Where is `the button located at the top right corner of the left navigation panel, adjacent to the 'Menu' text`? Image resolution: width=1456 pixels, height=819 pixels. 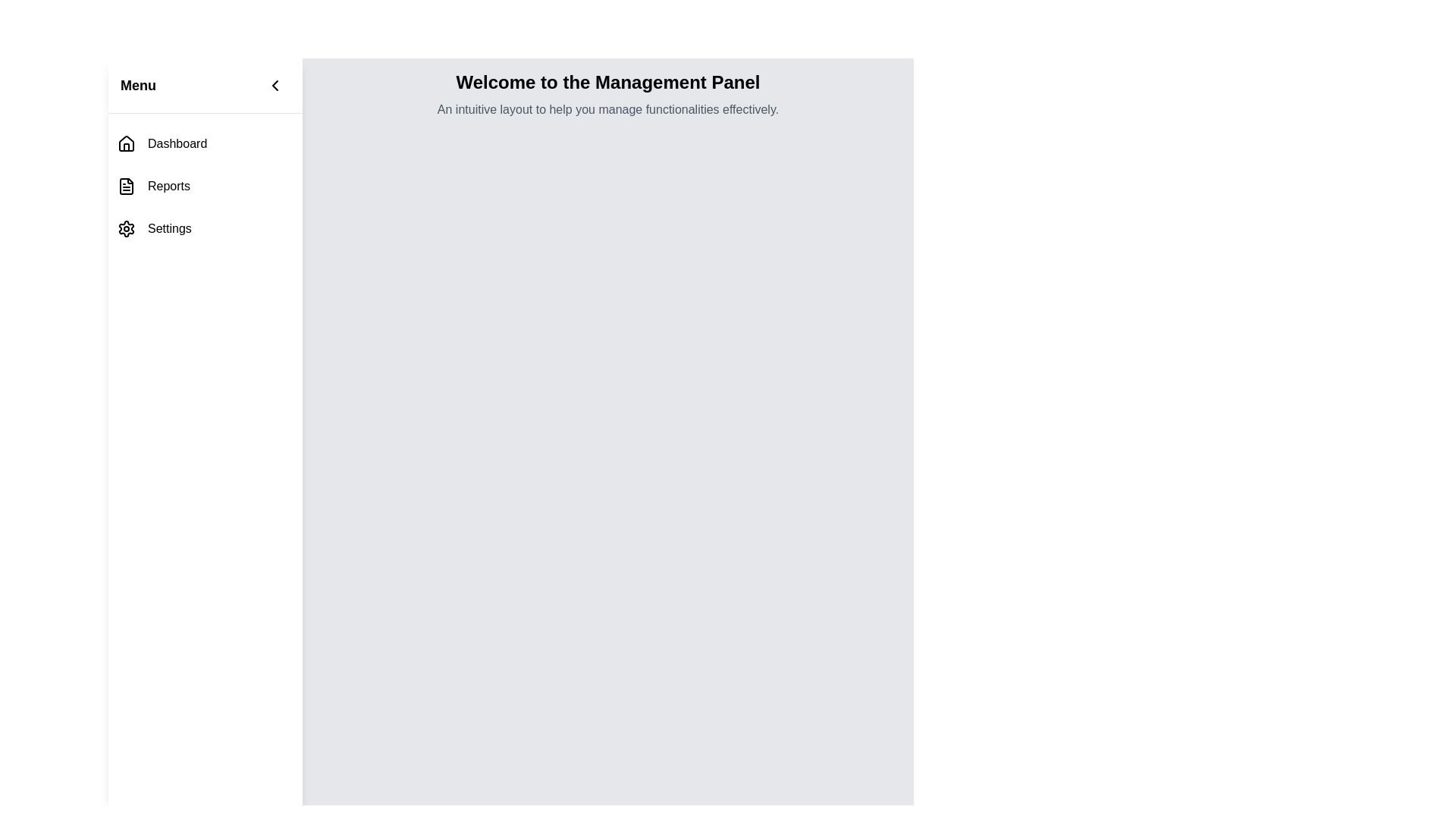 the button located at the top right corner of the left navigation panel, adjacent to the 'Menu' text is located at coordinates (275, 85).